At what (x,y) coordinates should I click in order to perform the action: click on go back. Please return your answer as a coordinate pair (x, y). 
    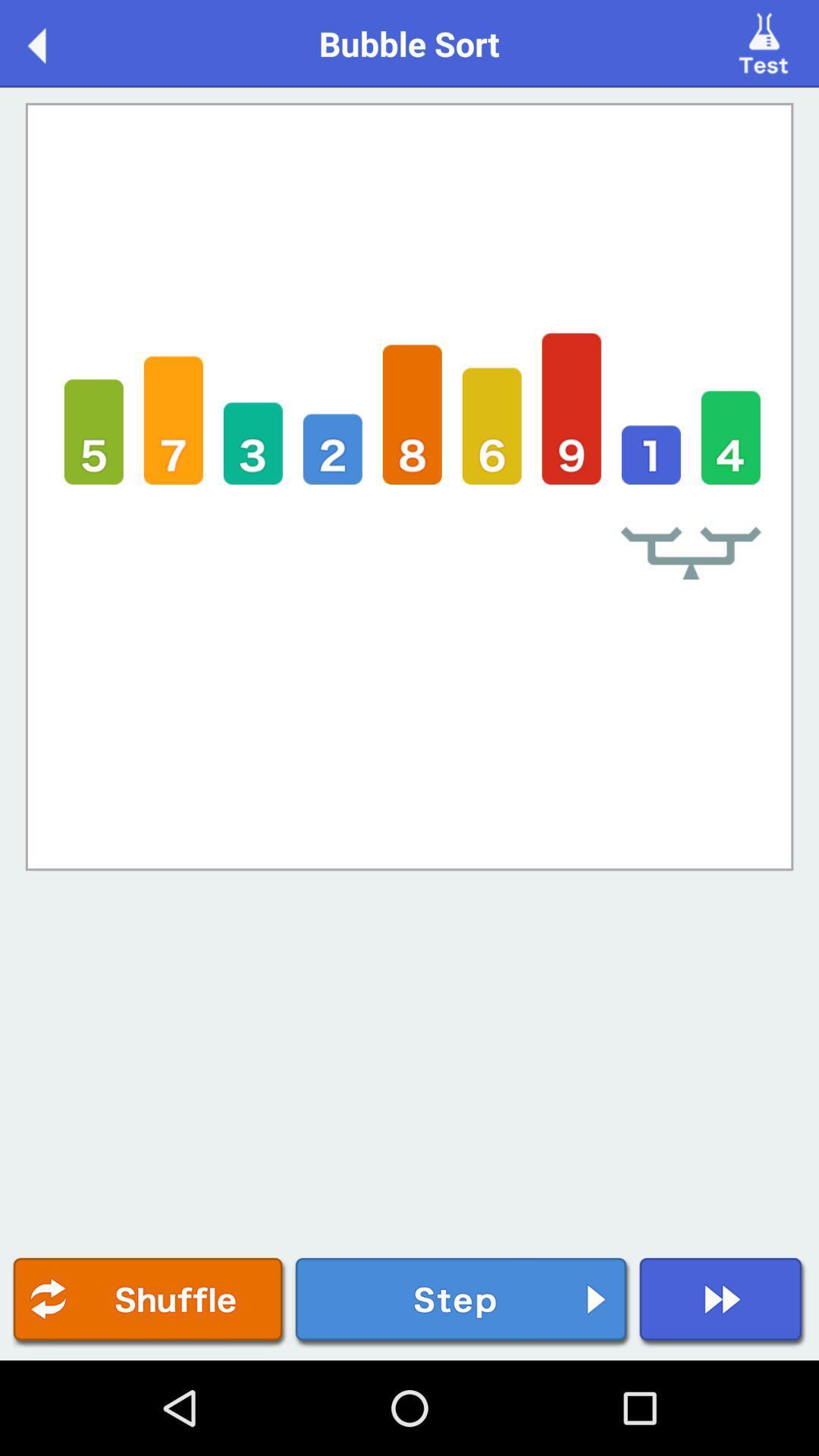
    Looking at the image, I should click on (52, 42).